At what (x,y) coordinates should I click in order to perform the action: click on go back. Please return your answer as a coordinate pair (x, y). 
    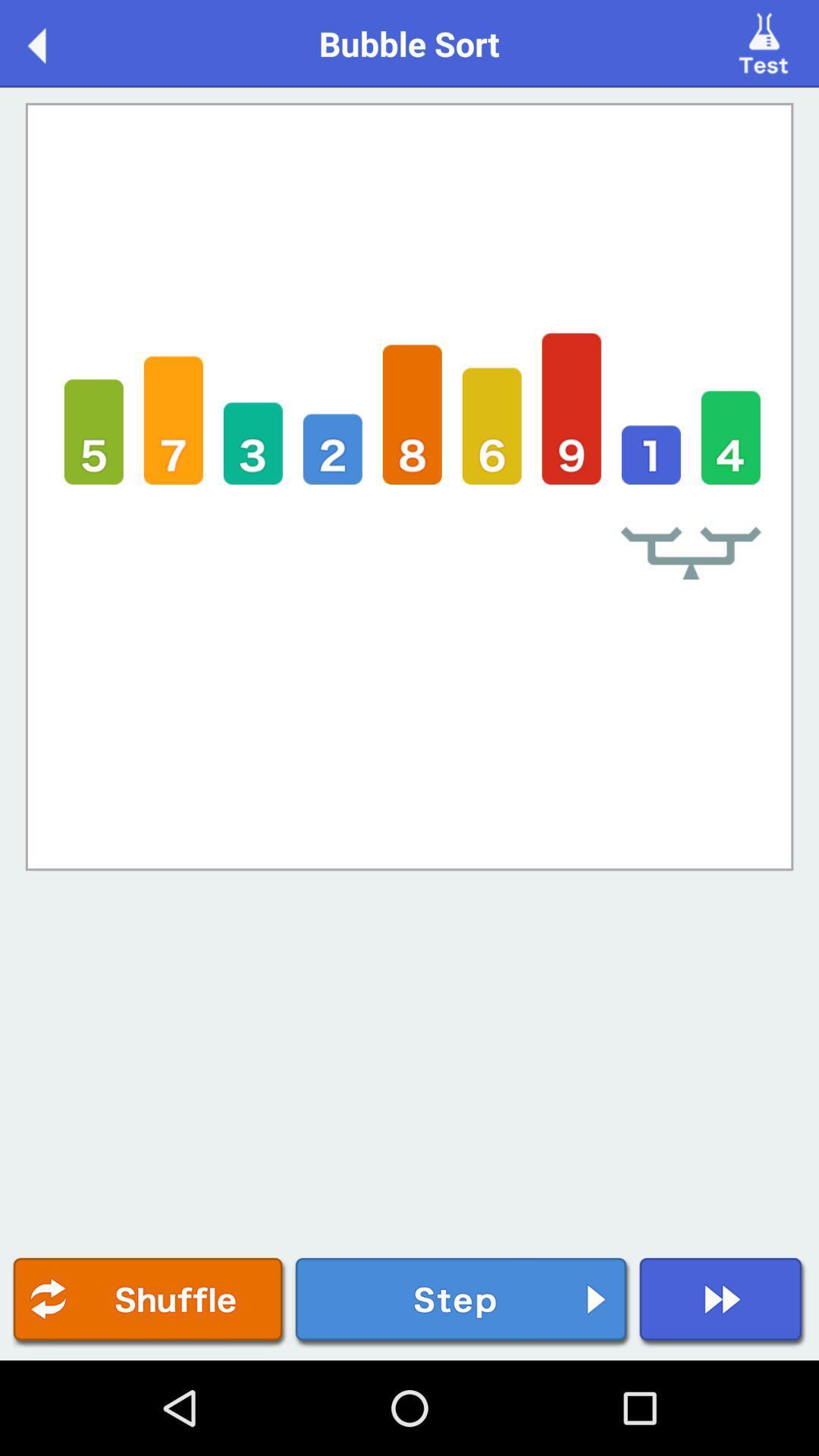
    Looking at the image, I should click on (52, 42).